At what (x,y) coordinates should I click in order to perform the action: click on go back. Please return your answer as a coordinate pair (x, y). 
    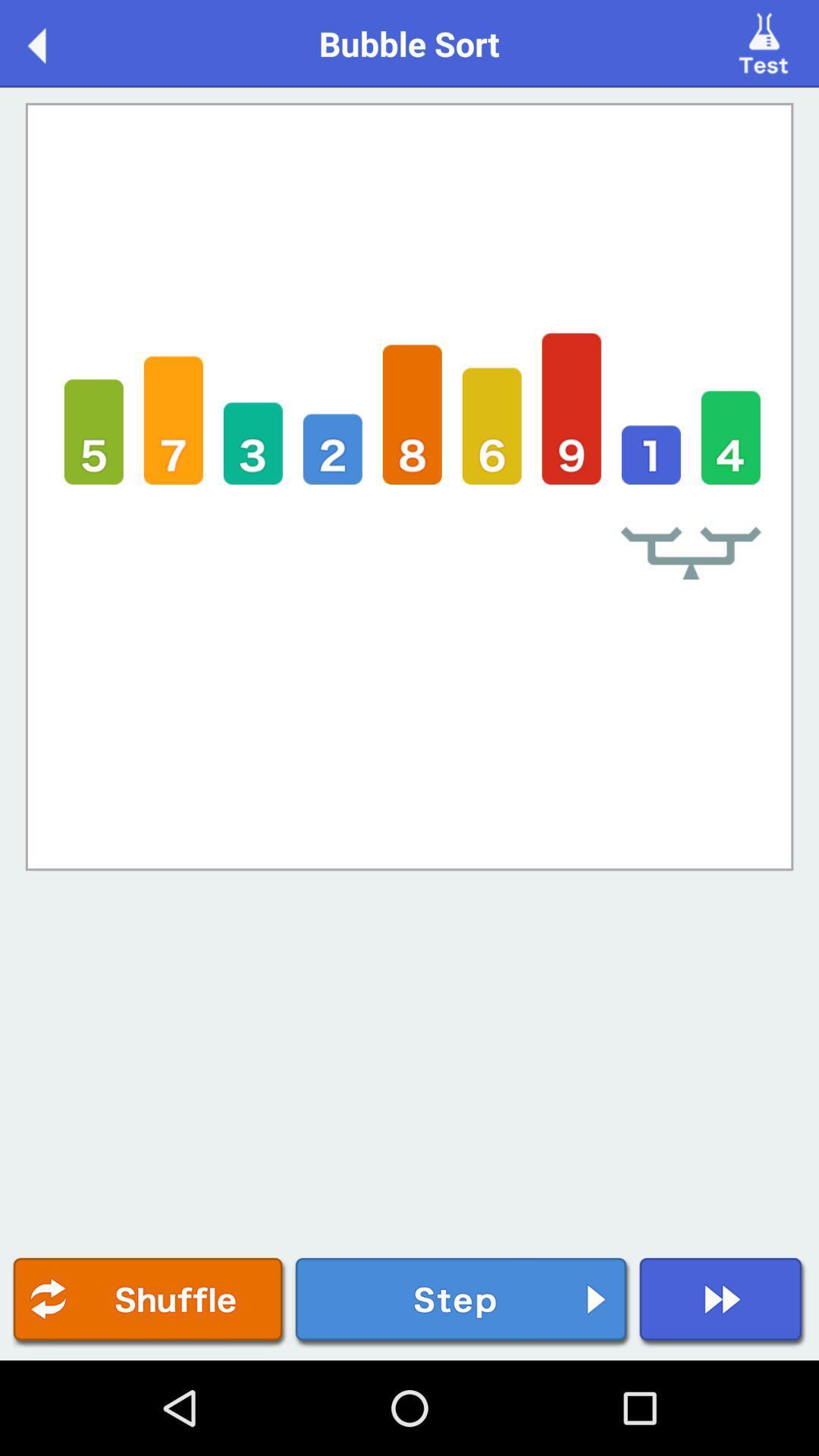
    Looking at the image, I should click on (52, 42).